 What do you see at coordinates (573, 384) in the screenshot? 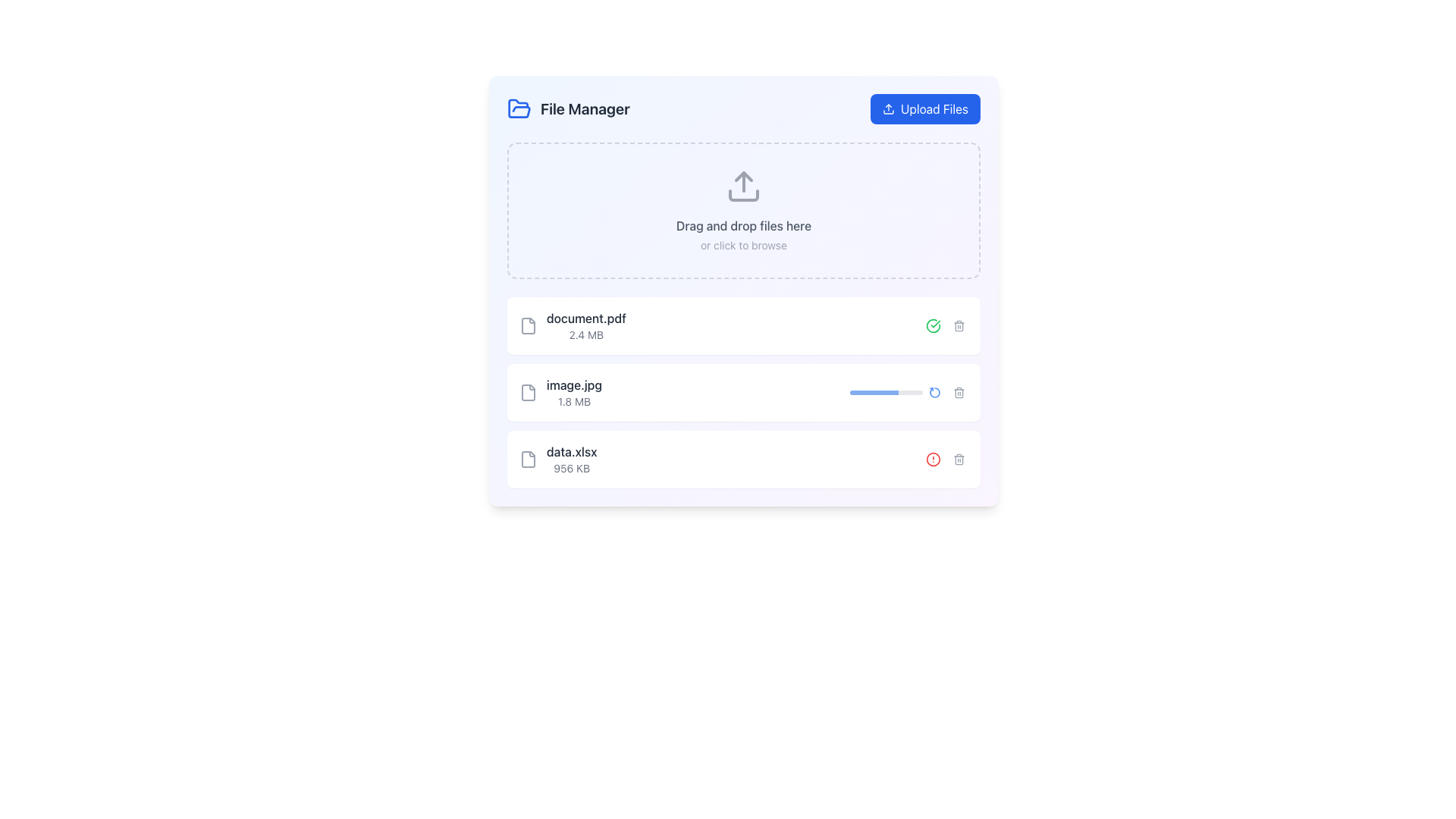
I see `the text label that denotes the file name in the left section of the second row of the file list, positioned above the file size information` at bounding box center [573, 384].